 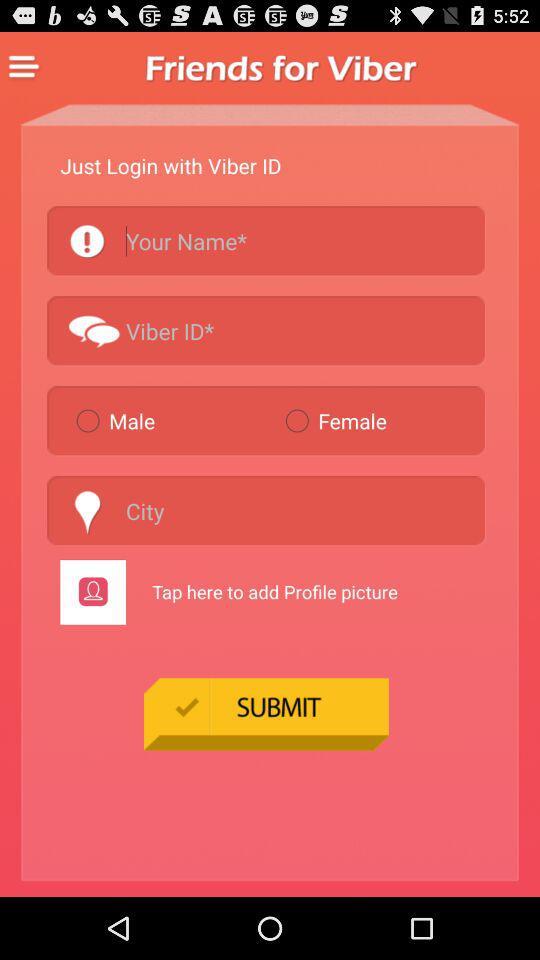 What do you see at coordinates (381, 419) in the screenshot?
I see `the icon next to male item` at bounding box center [381, 419].